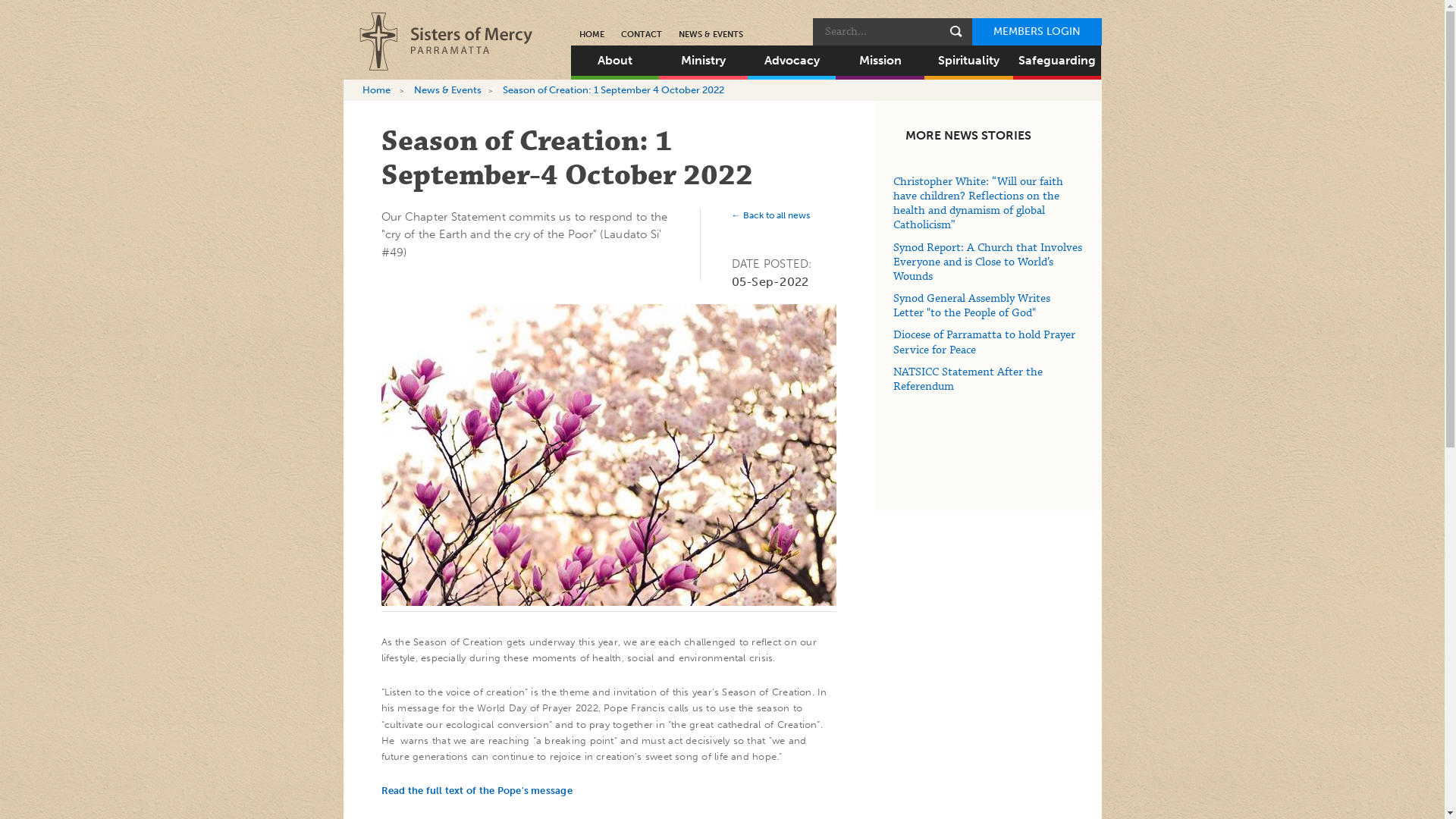 The image size is (1456, 819). Describe the element at coordinates (590, 34) in the screenshot. I see `'HOME'` at that location.